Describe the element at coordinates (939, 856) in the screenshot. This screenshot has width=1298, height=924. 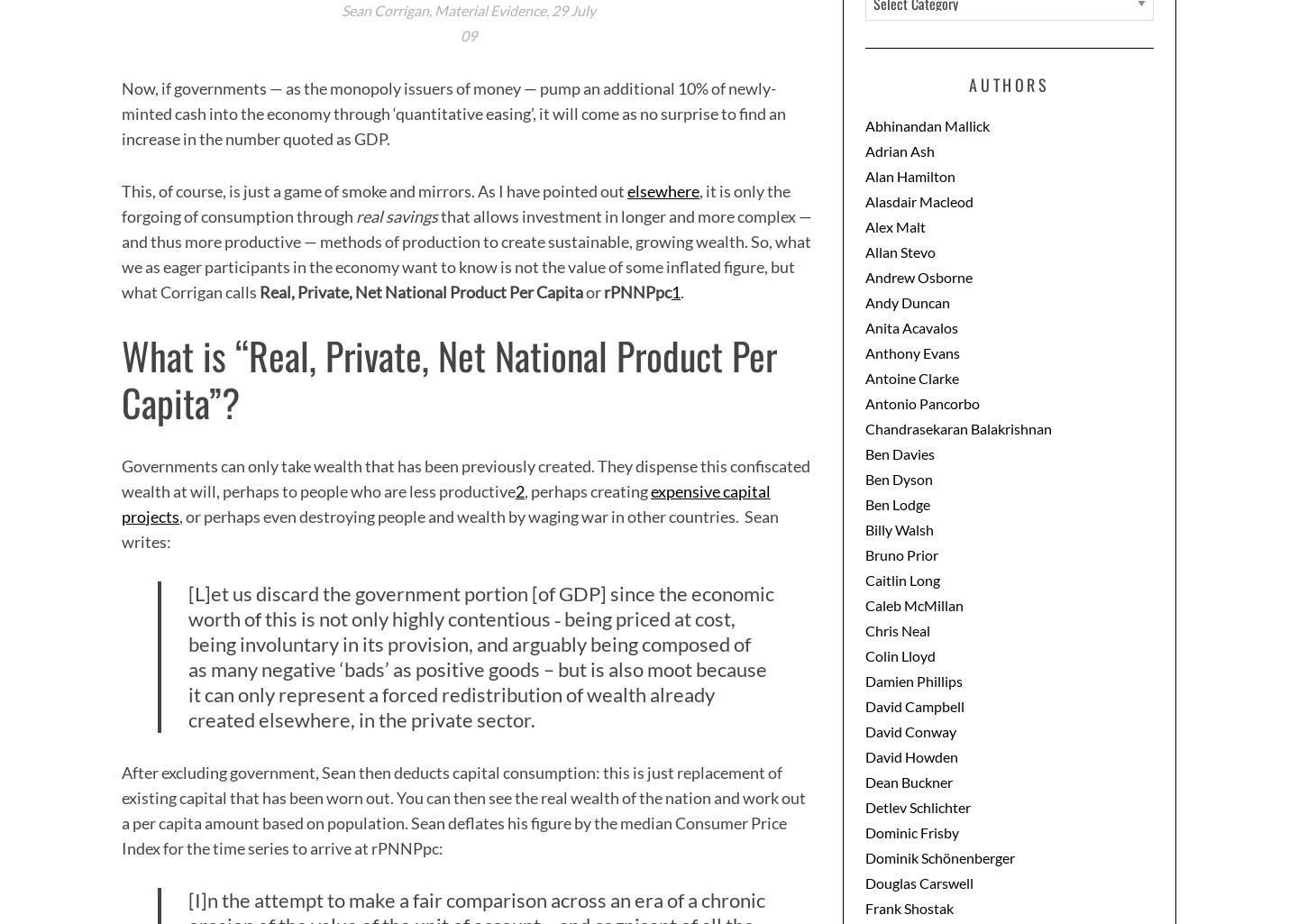
I see `'Dominik Schönenberger'` at that location.